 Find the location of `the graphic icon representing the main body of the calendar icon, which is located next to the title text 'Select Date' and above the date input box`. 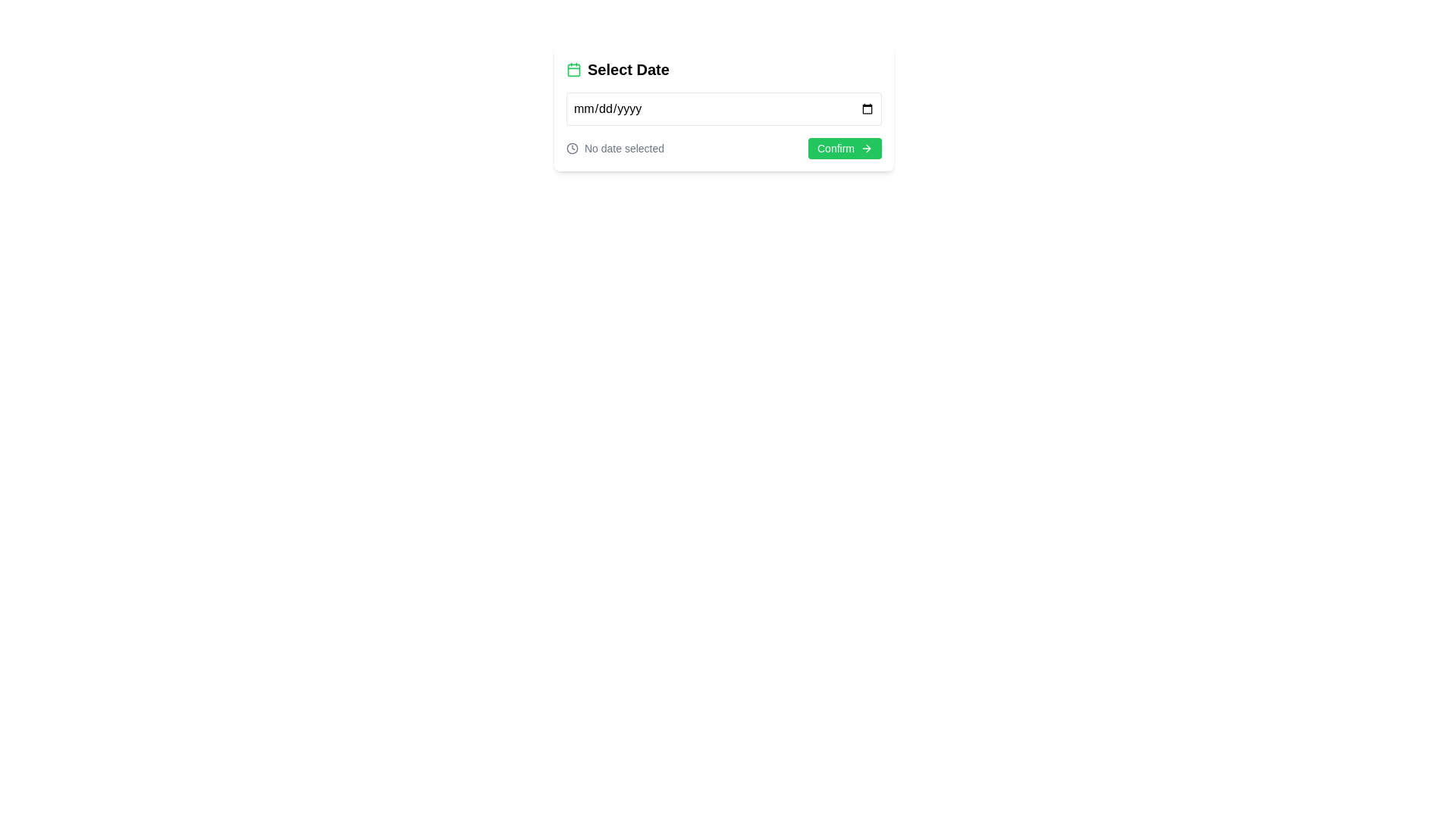

the graphic icon representing the main body of the calendar icon, which is located next to the title text 'Select Date' and above the date input box is located at coordinates (573, 70).